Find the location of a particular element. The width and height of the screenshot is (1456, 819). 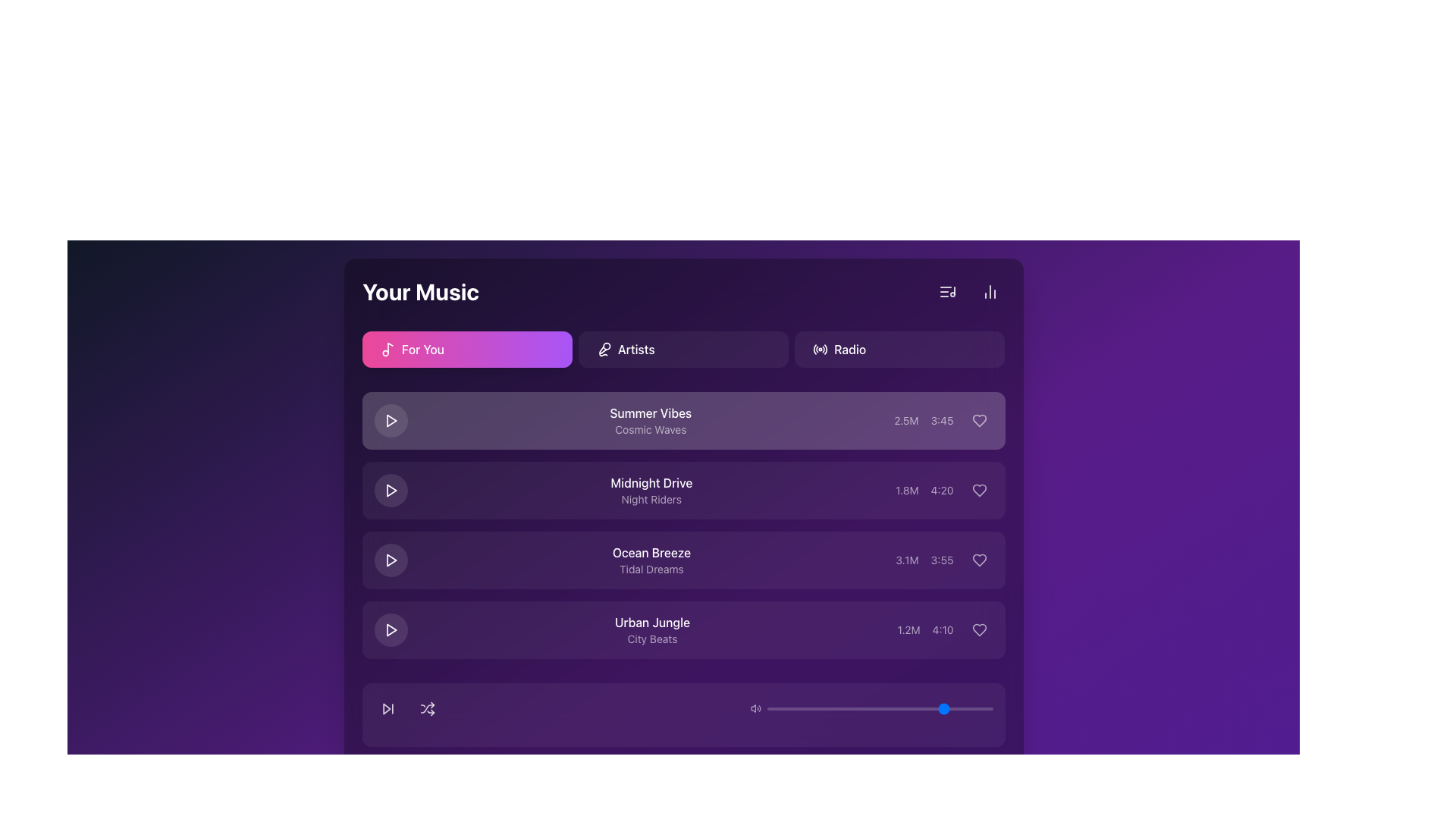

the heart-shaped icon in the music list for the song 'Ocean Breeze' is located at coordinates (979, 560).